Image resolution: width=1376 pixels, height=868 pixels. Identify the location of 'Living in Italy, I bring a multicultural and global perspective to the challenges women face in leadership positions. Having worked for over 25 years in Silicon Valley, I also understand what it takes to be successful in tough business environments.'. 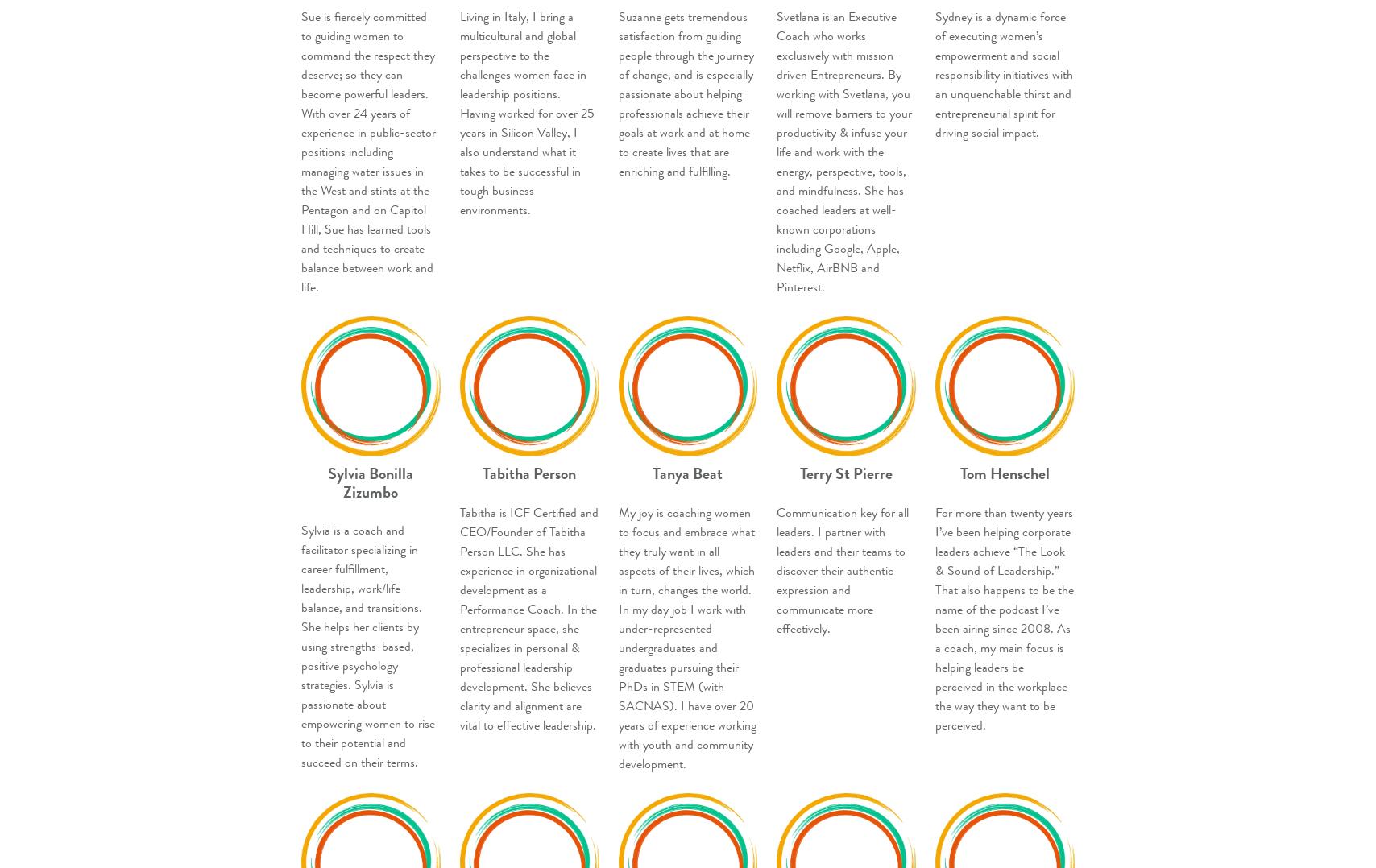
(526, 114).